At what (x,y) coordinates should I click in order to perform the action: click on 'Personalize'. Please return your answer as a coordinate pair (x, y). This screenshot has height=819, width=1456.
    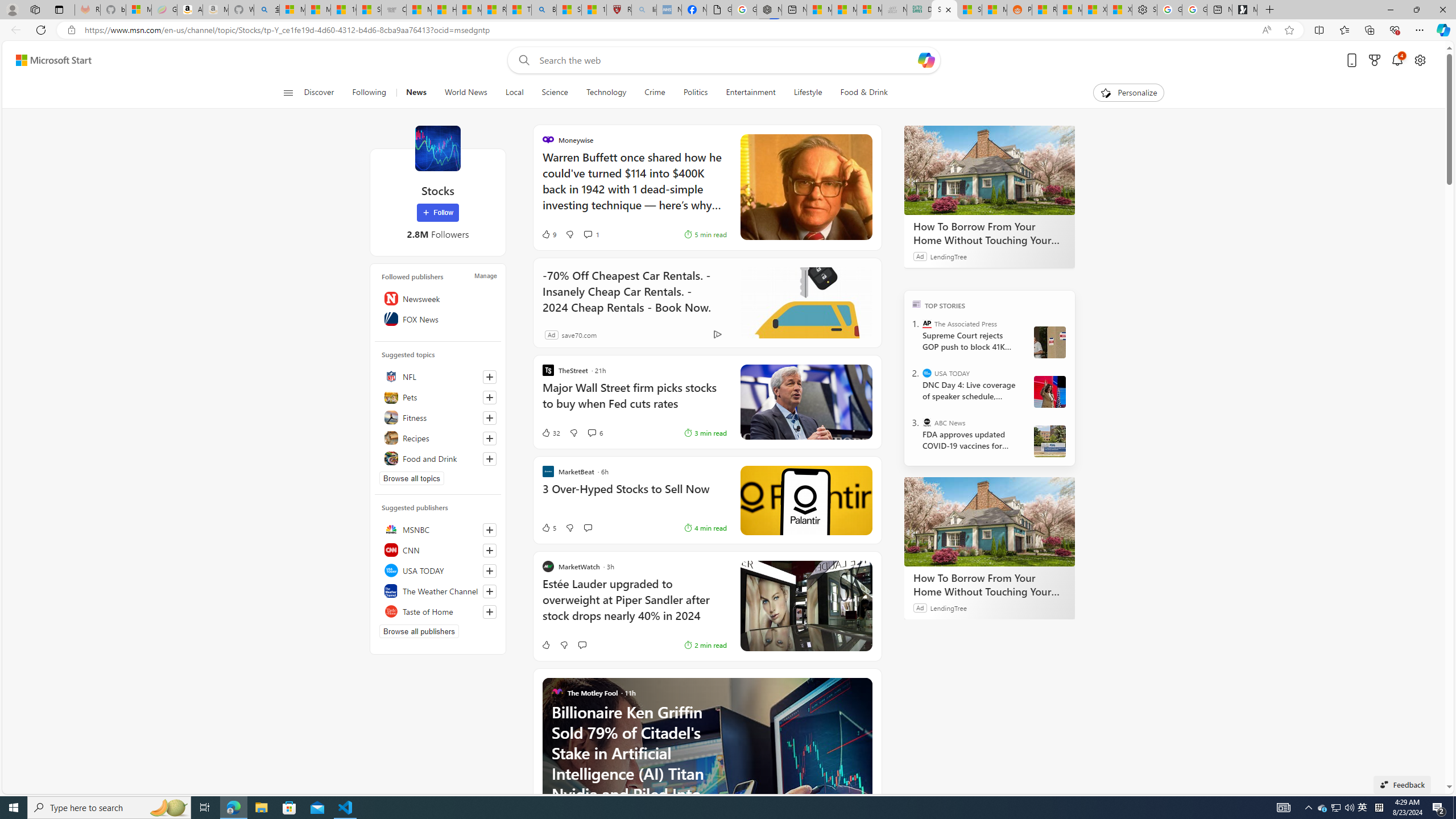
    Looking at the image, I should click on (1128, 92).